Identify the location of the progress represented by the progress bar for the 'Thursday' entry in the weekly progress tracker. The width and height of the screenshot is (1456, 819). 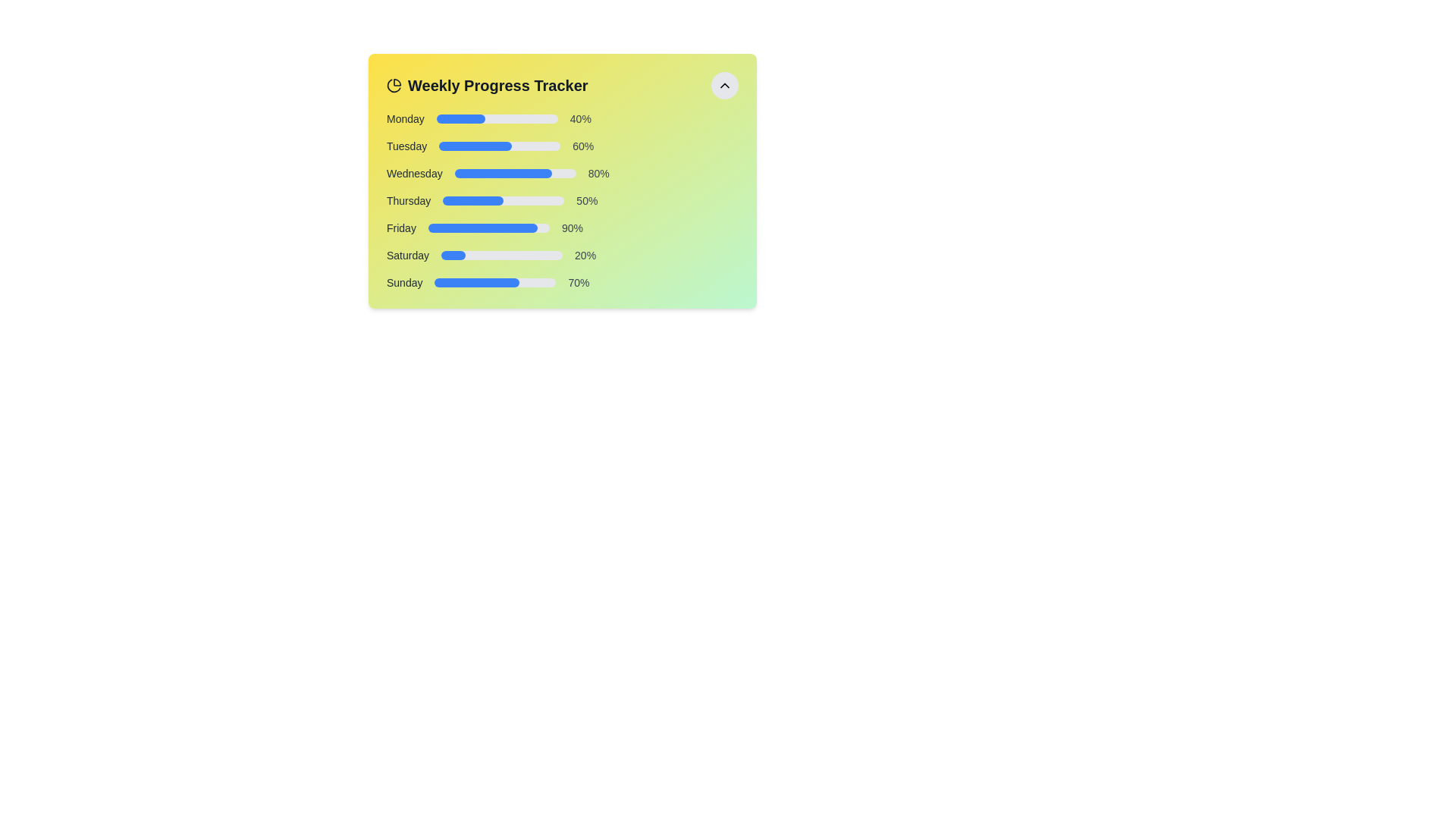
(504, 200).